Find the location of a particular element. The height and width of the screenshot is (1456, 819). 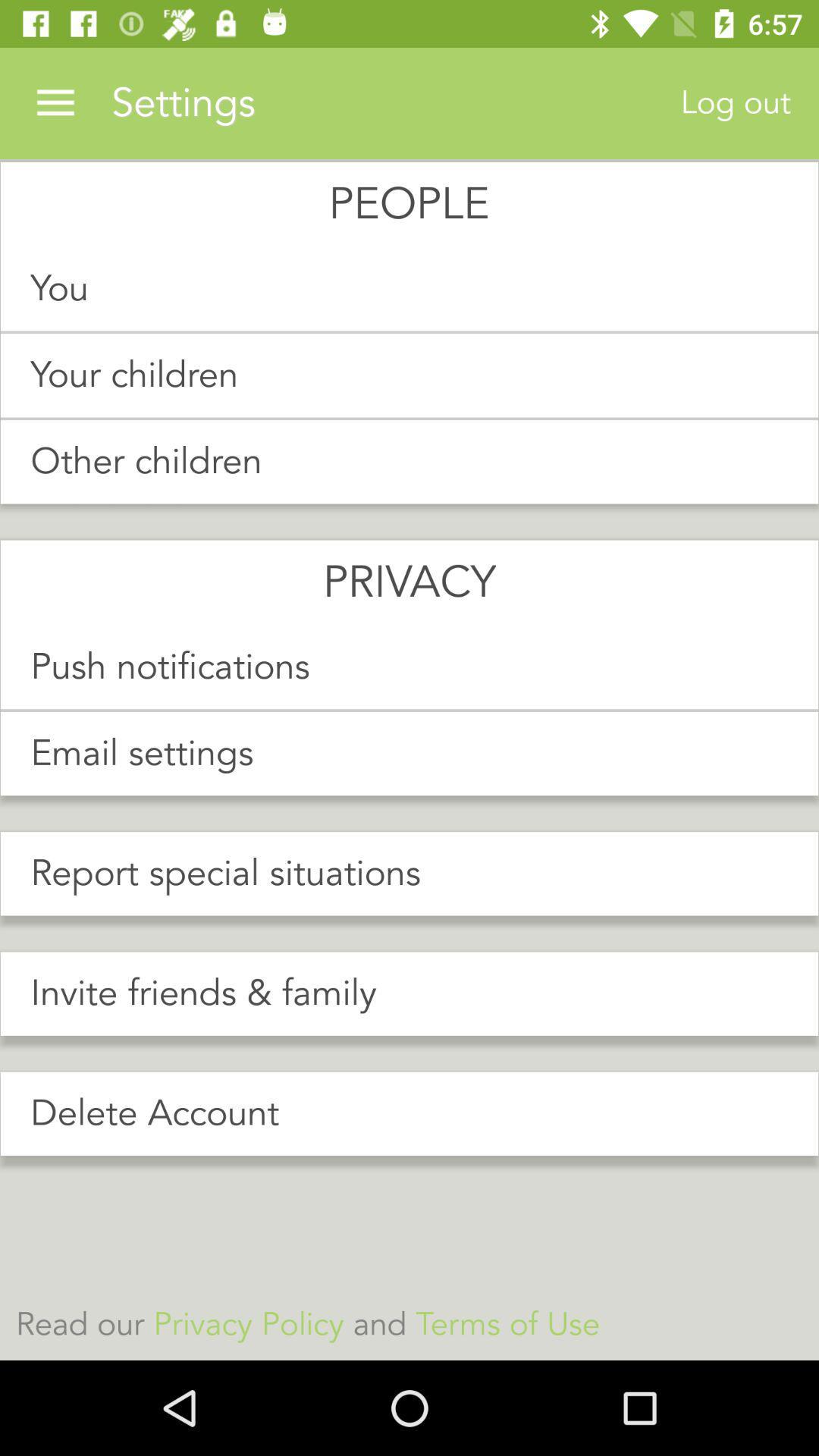

the log out item is located at coordinates (735, 102).